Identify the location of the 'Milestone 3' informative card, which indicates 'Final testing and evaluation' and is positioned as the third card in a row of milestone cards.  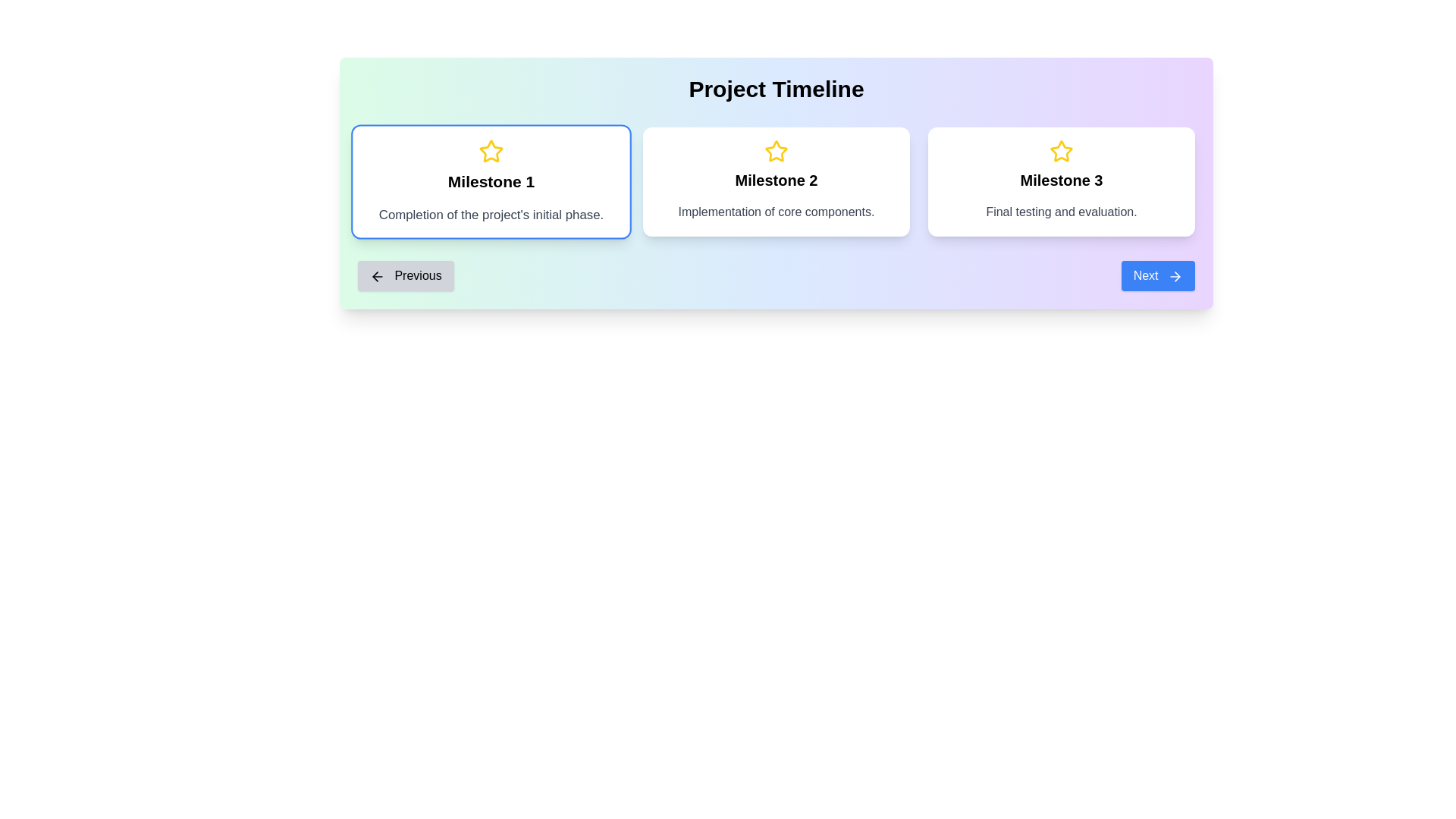
(1061, 180).